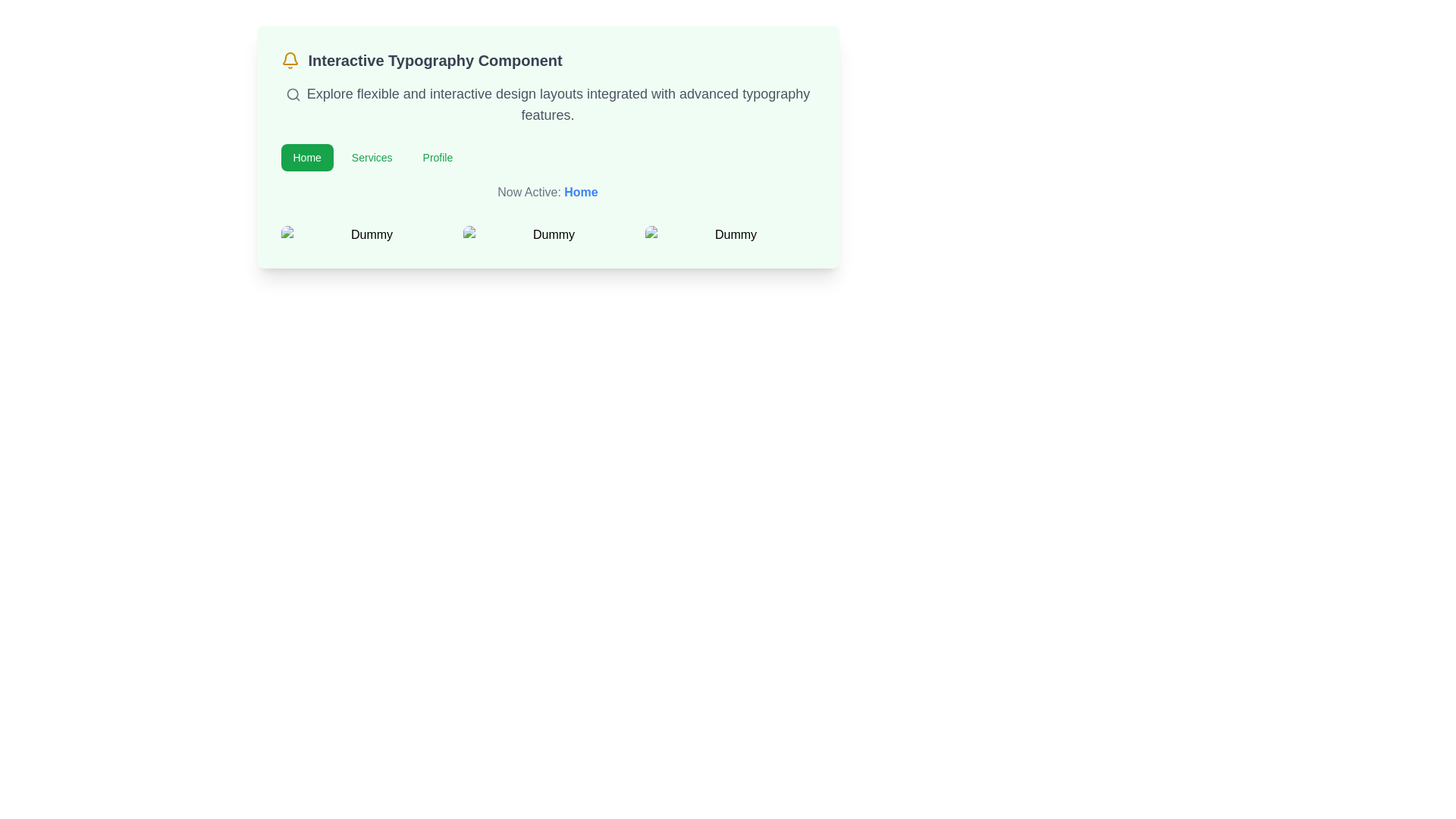 The height and width of the screenshot is (819, 1456). Describe the element at coordinates (547, 234) in the screenshot. I see `the Static Image element that displays a broken image icon and has the label 'Dummy' beneath it` at that location.